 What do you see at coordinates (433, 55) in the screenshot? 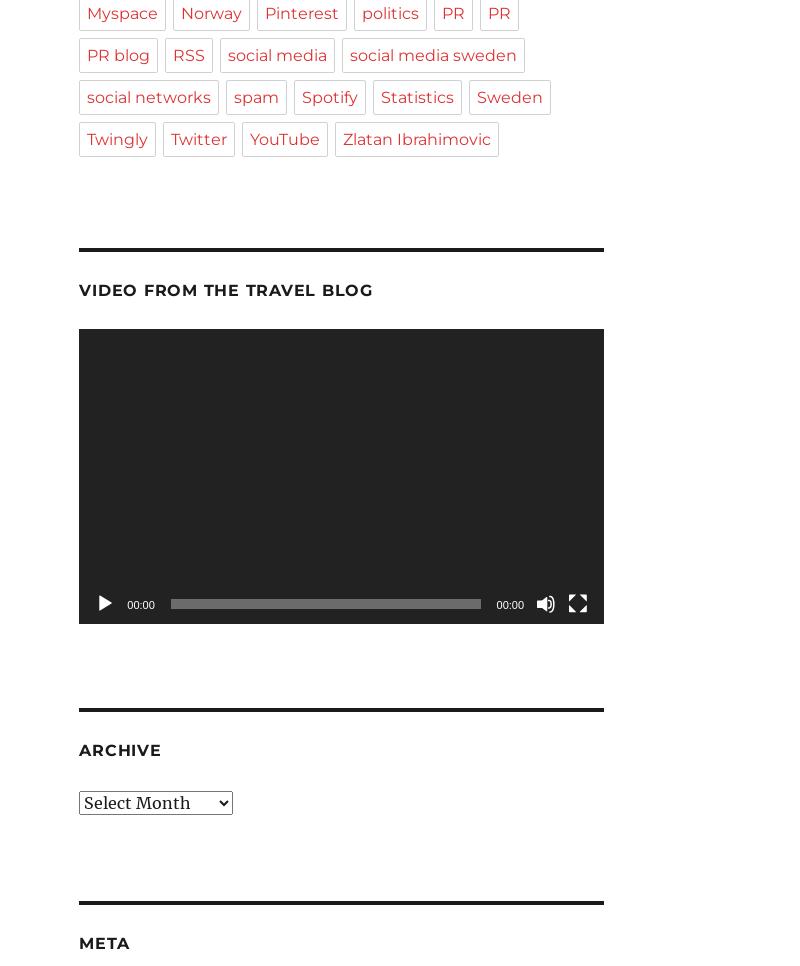
I see `'social media sweden'` at bounding box center [433, 55].